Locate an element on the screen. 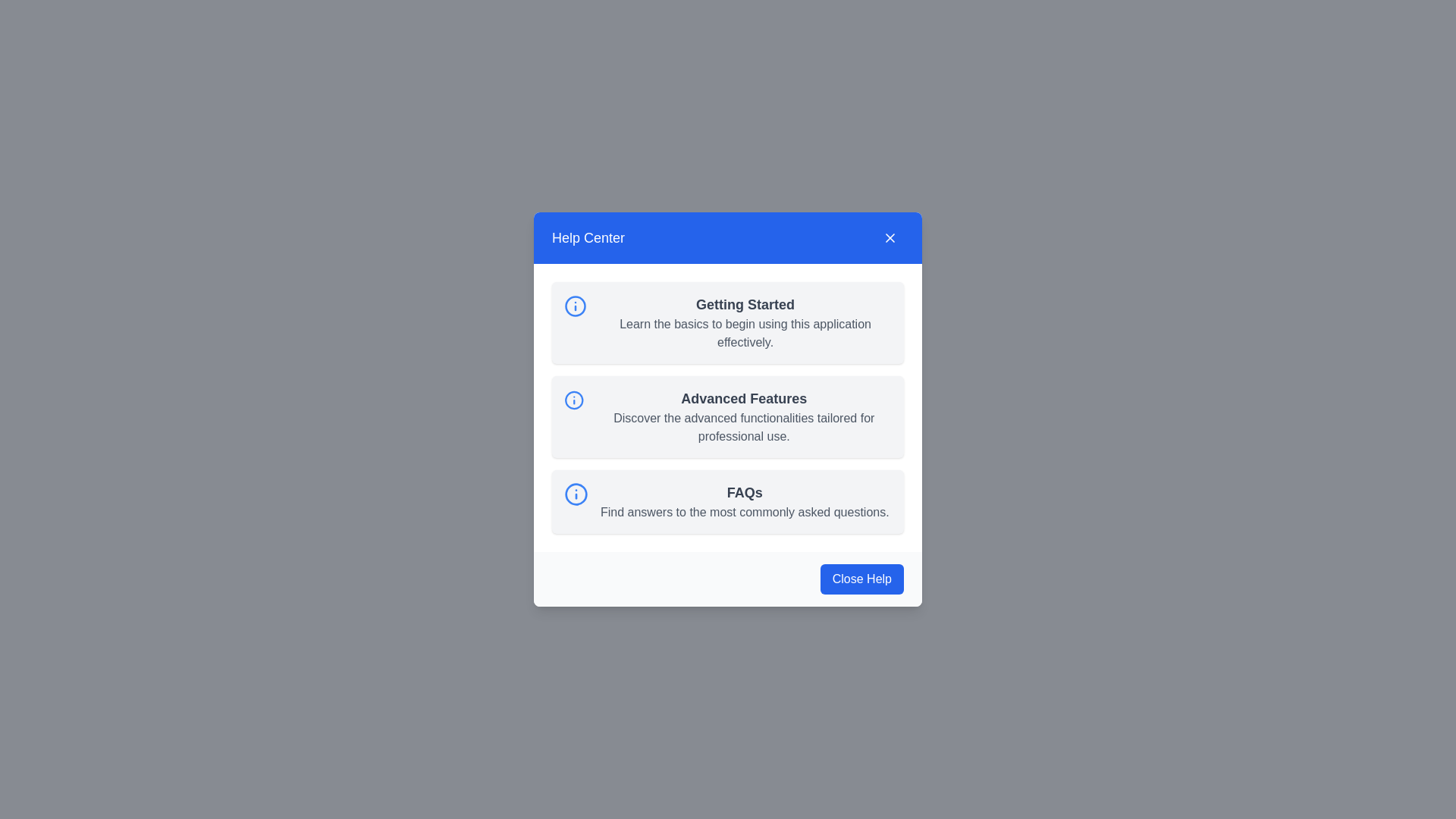  the close button located in the bottom-right corner of the help dialog is located at coordinates (861, 579).